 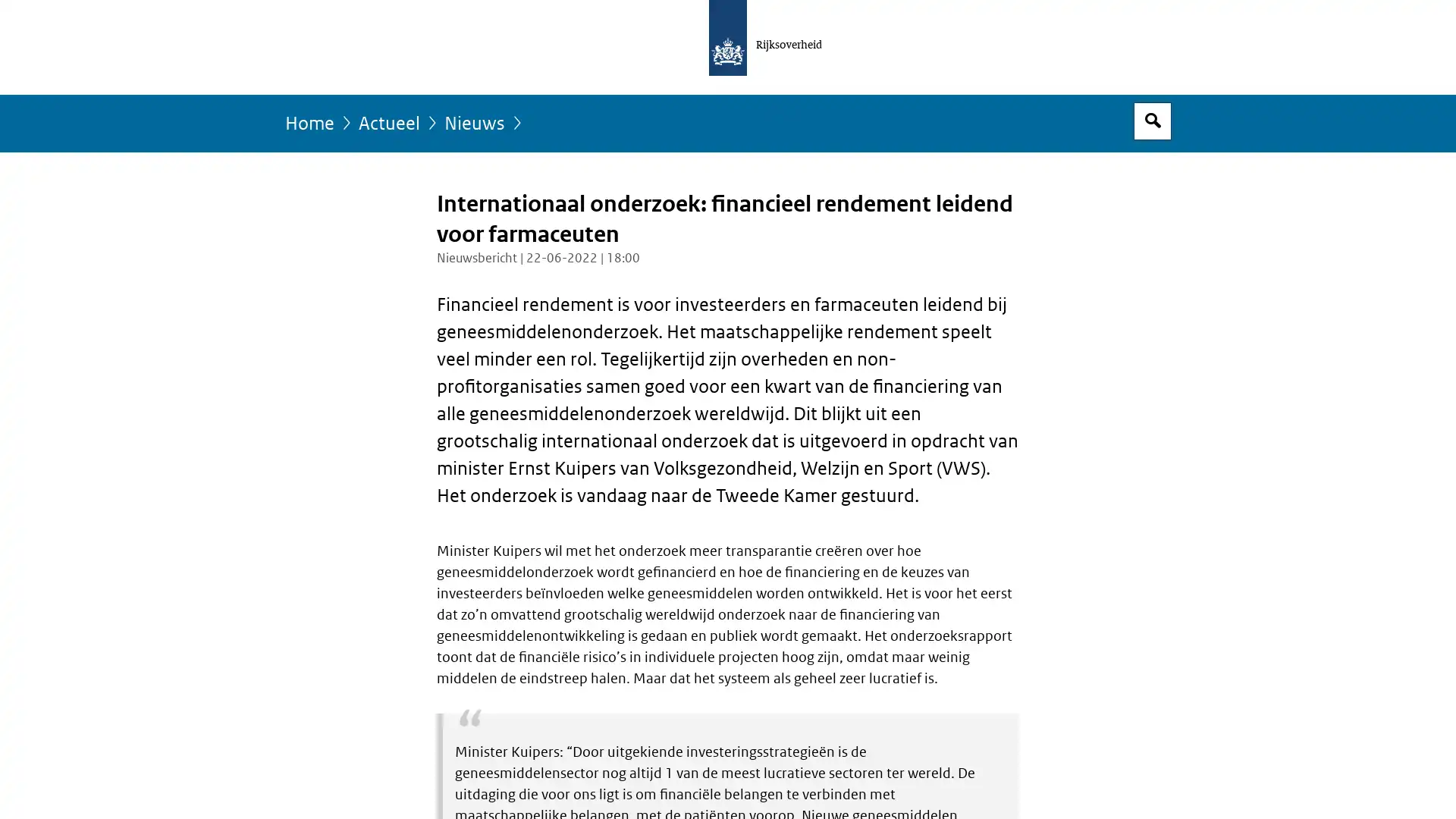 I want to click on Open zoekveld, so click(x=1153, y=120).